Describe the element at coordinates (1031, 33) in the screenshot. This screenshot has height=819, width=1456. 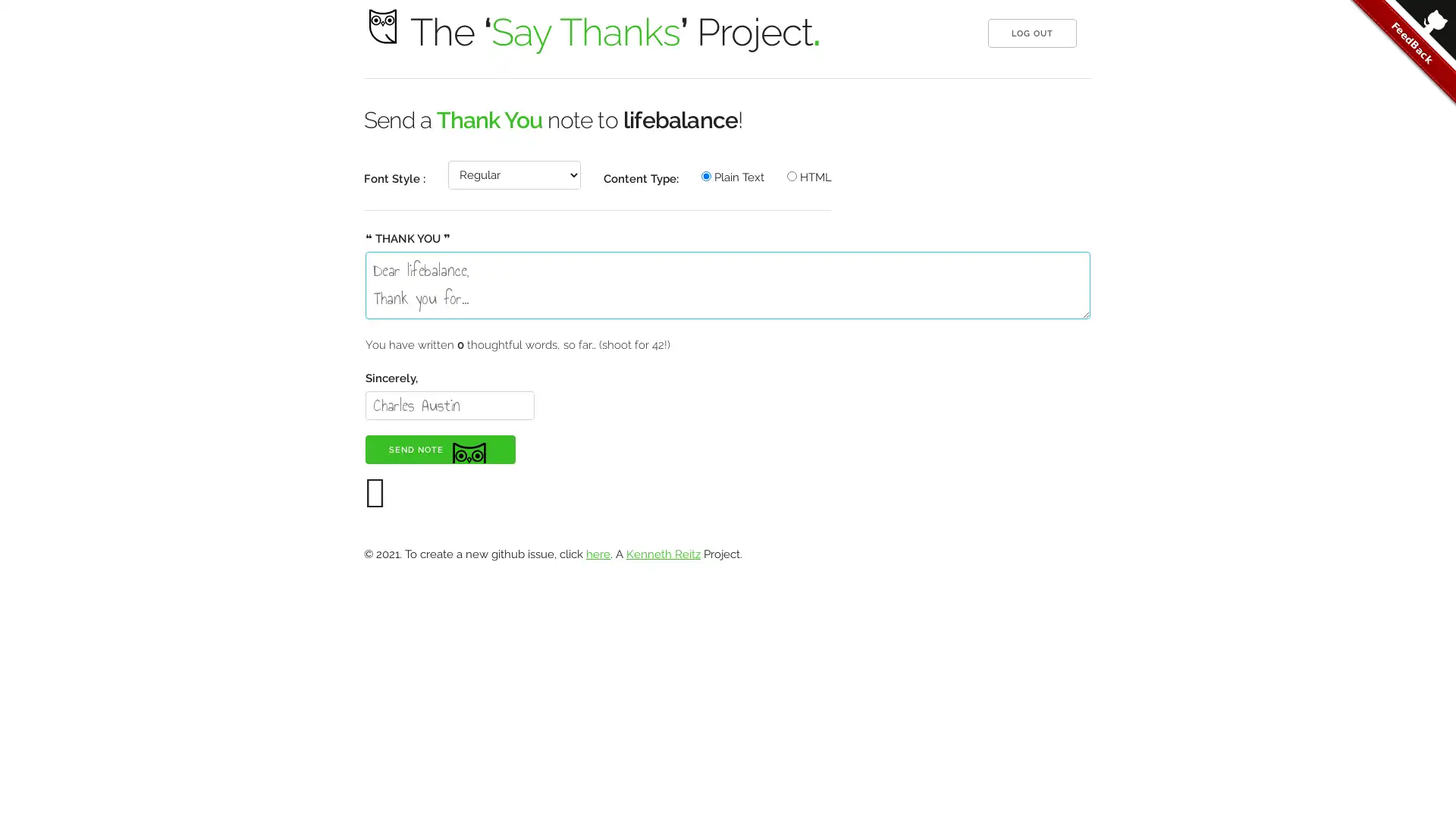
I see `LOG OUT` at that location.